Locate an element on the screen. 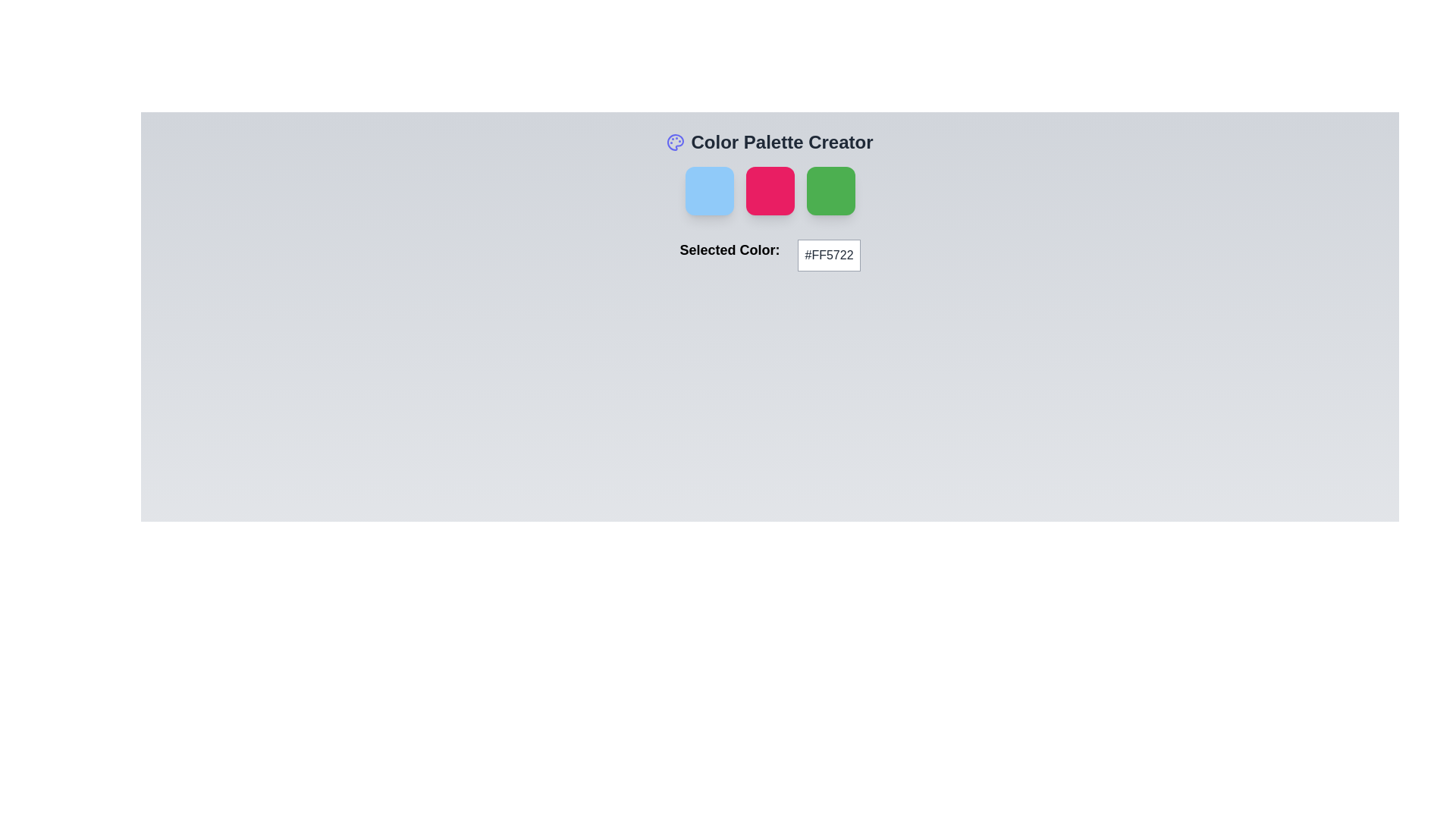  the header title text element located at the top of the application, which is centered horizontally and positioned above a row of colored boxes is located at coordinates (770, 143).